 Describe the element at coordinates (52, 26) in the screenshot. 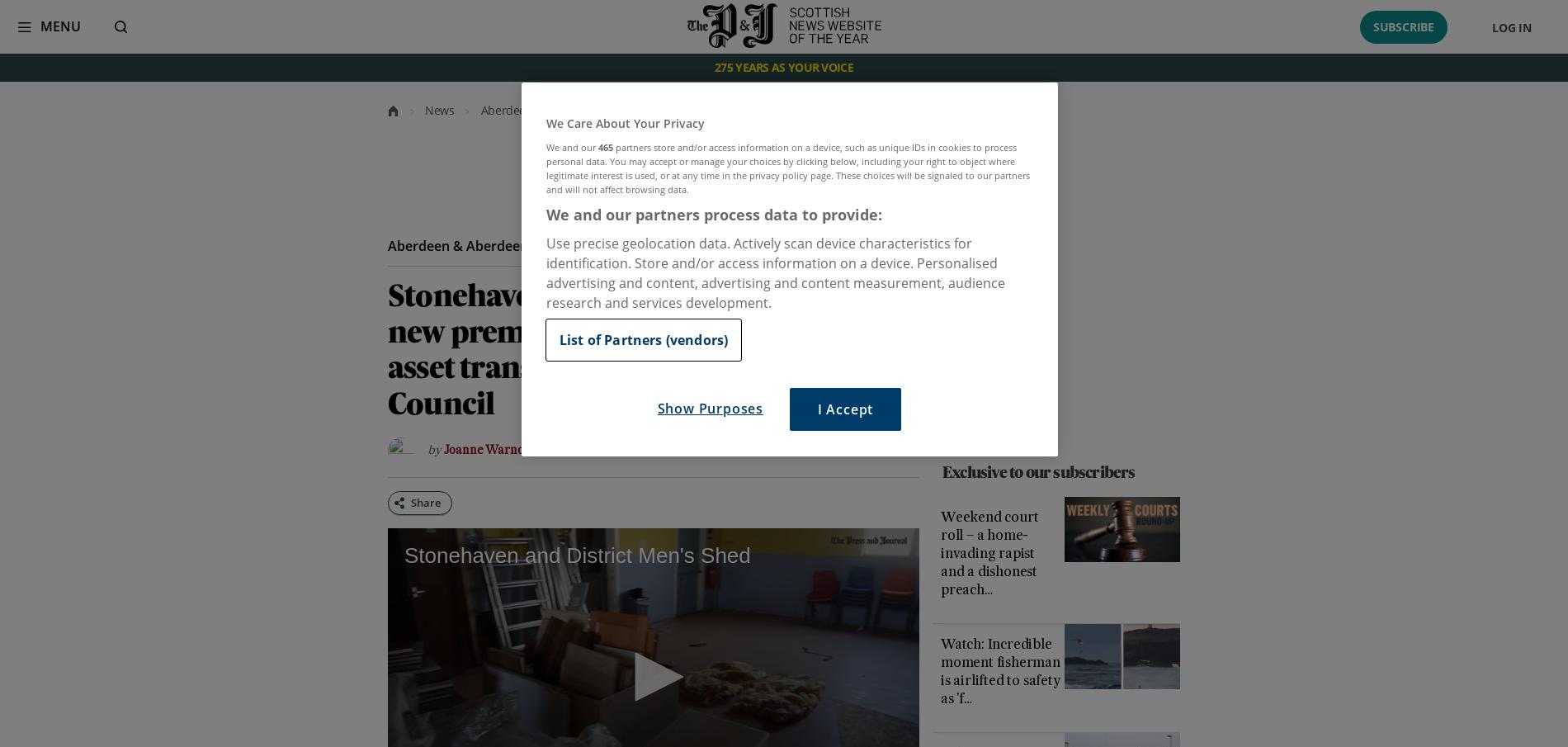

I see `'Go'` at that location.